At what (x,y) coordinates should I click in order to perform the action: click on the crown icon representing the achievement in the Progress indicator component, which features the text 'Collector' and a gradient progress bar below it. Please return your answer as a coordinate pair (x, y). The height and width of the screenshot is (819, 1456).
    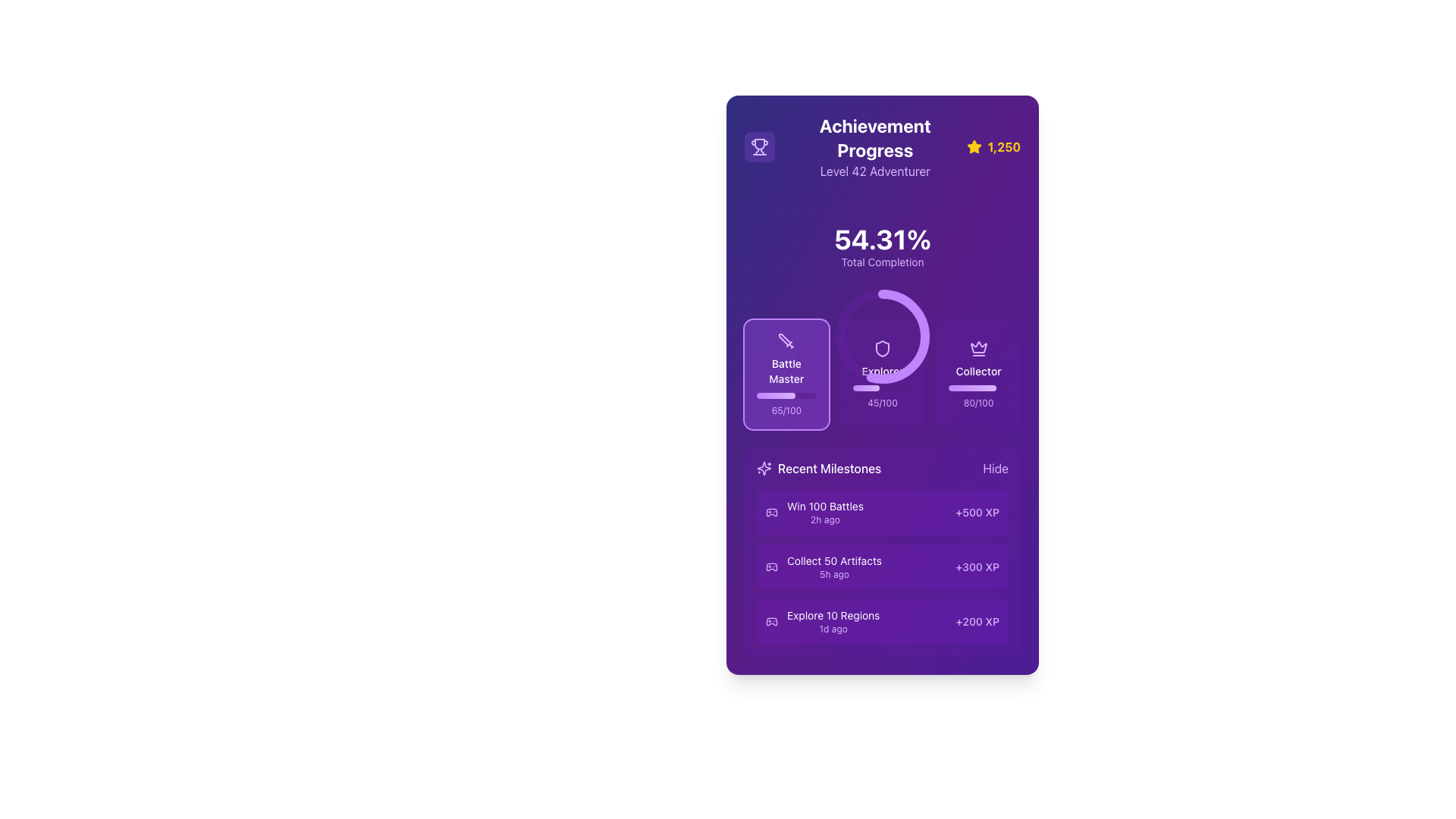
    Looking at the image, I should click on (978, 374).